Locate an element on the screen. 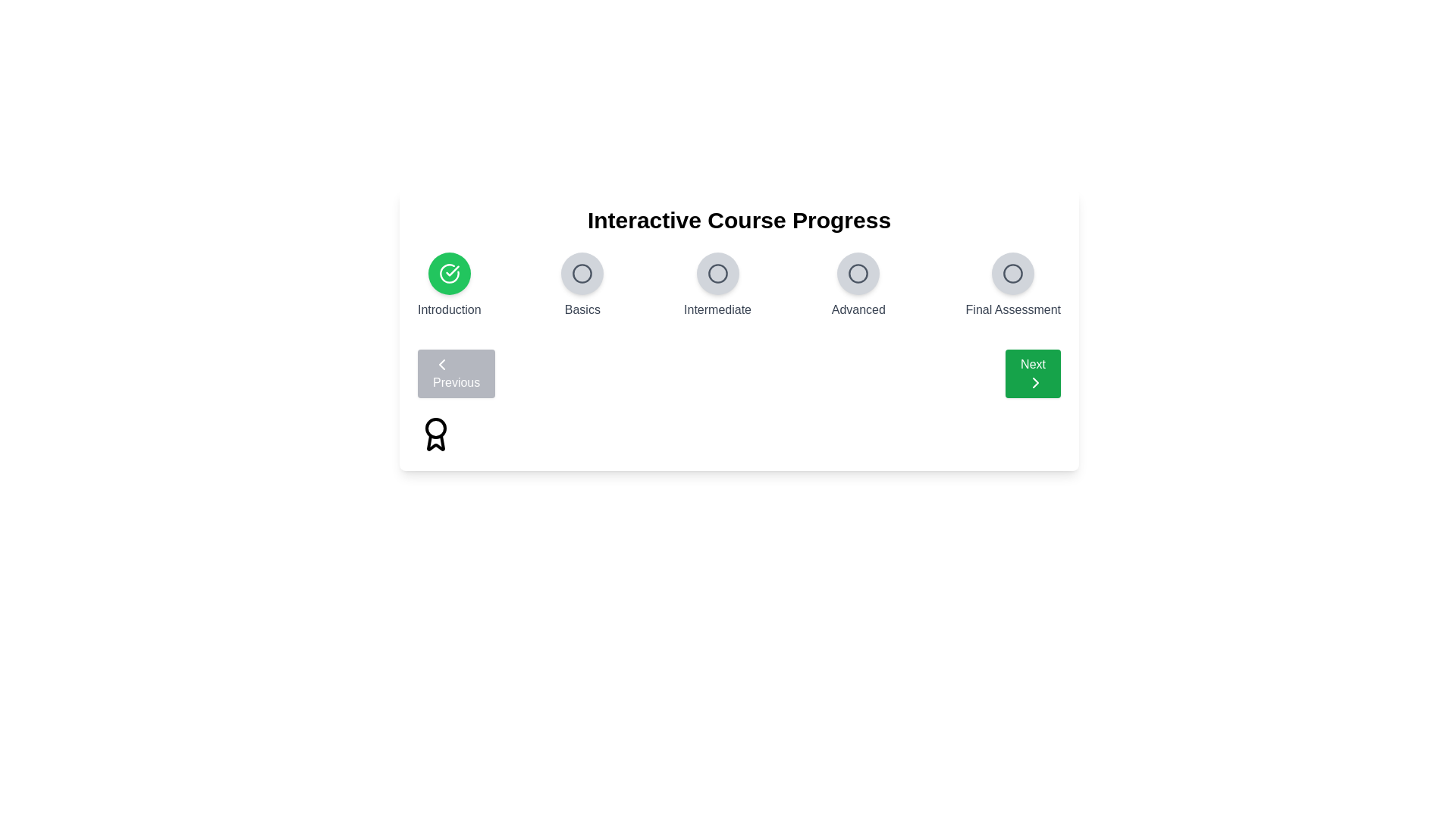  the context of the 'Basics' step in the interactive course progression bar, which serves as a progress indicator button located between the 'Introduction' and 'Intermediate' steps is located at coordinates (582, 274).